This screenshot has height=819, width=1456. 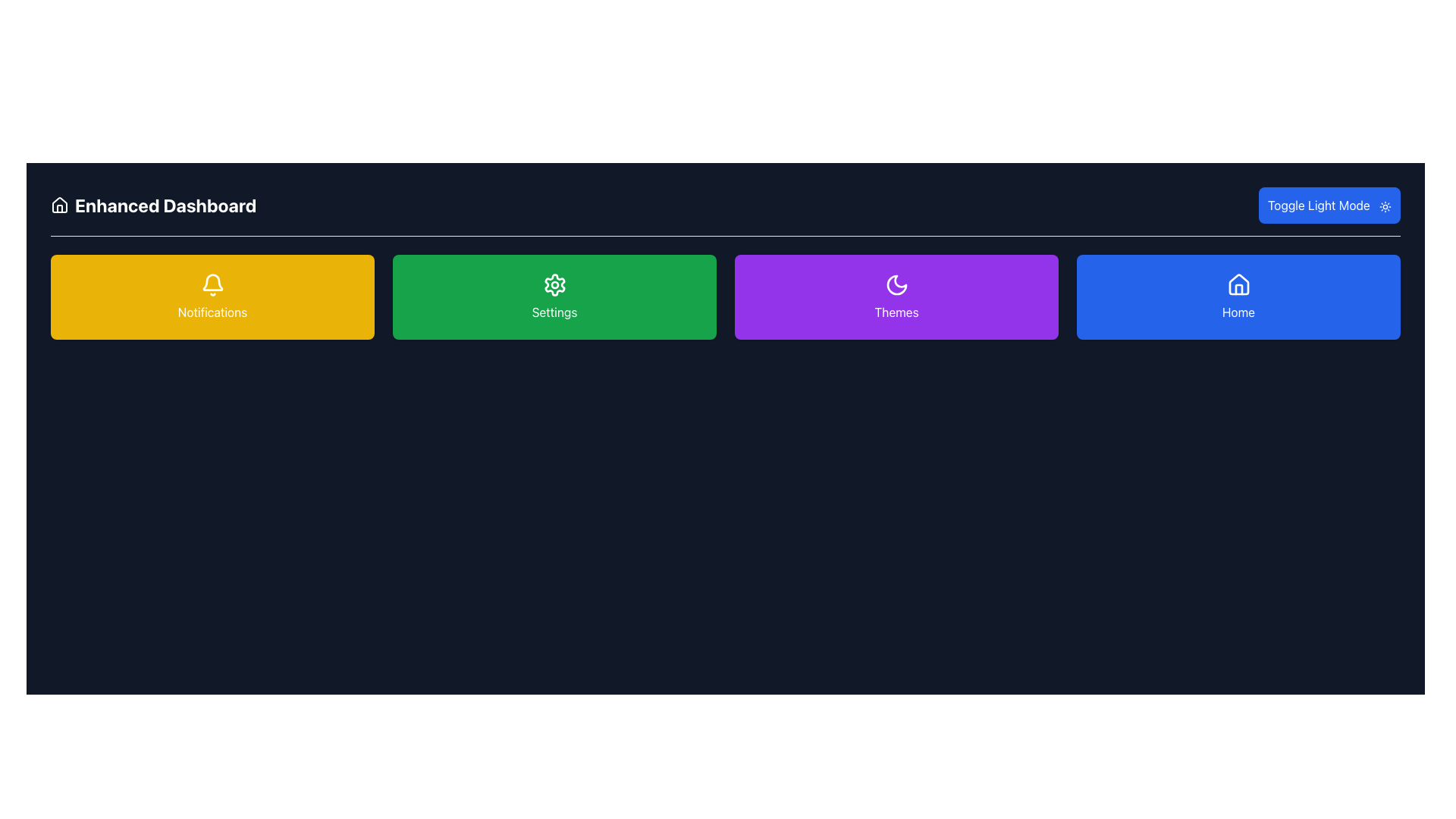 I want to click on the 'Home' button, which is the fourth card in a grid layout, so click(x=1238, y=297).